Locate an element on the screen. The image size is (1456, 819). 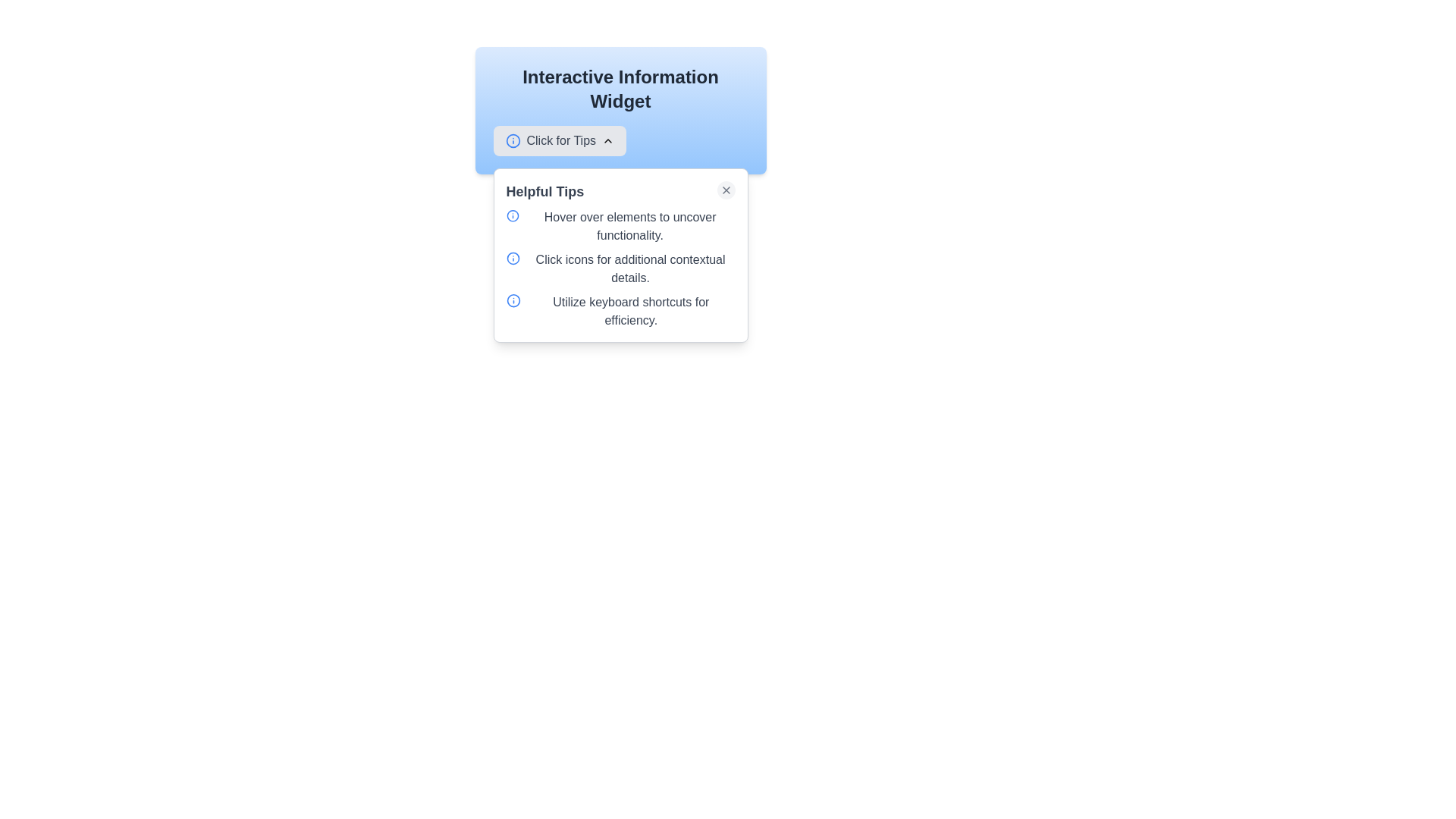
the information cue icon located to the left of the 'Click for Tips' button is located at coordinates (513, 140).